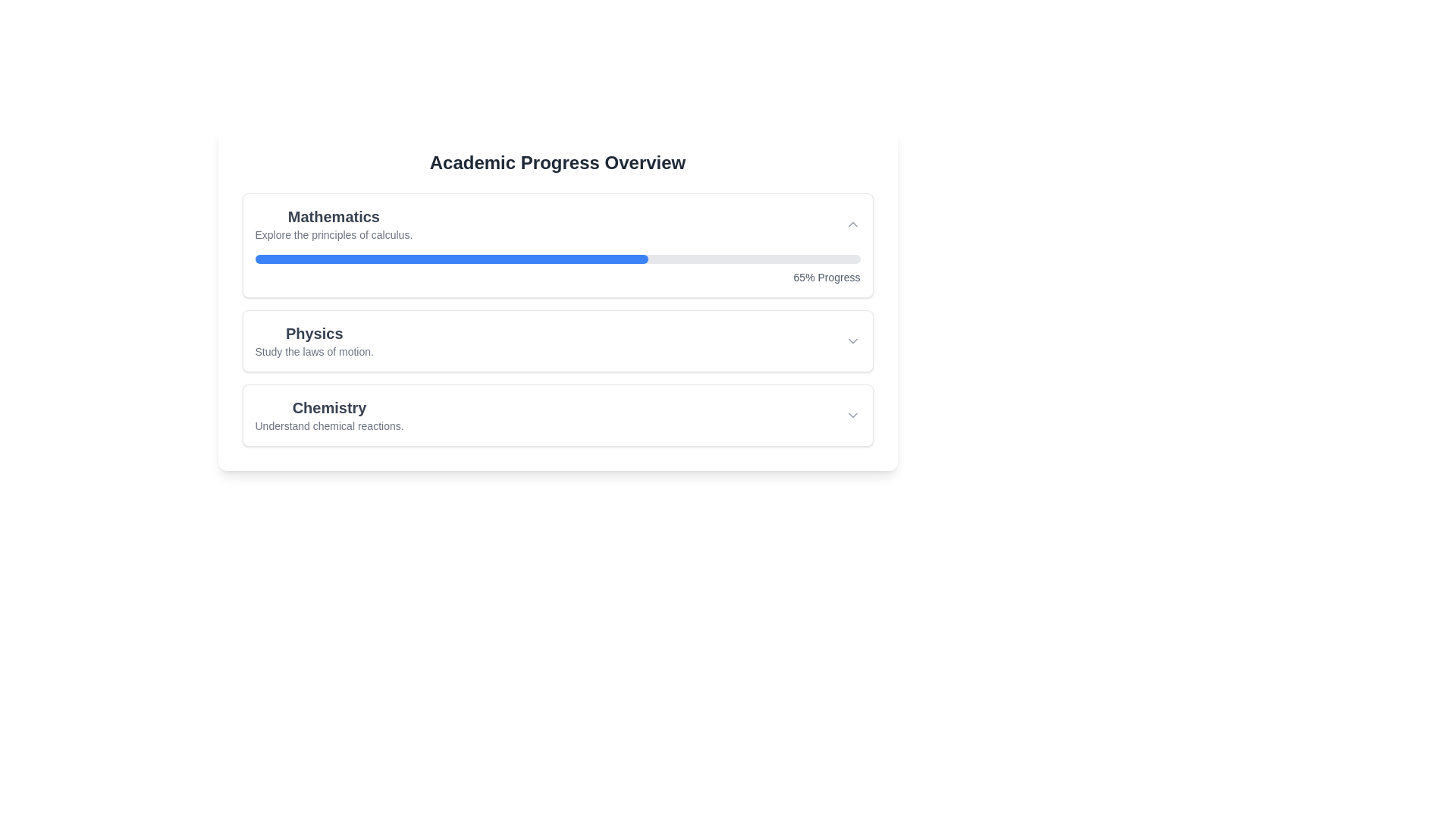 This screenshot has width=1456, height=819. What do you see at coordinates (557, 341) in the screenshot?
I see `the 'Physics' collapsible section` at bounding box center [557, 341].